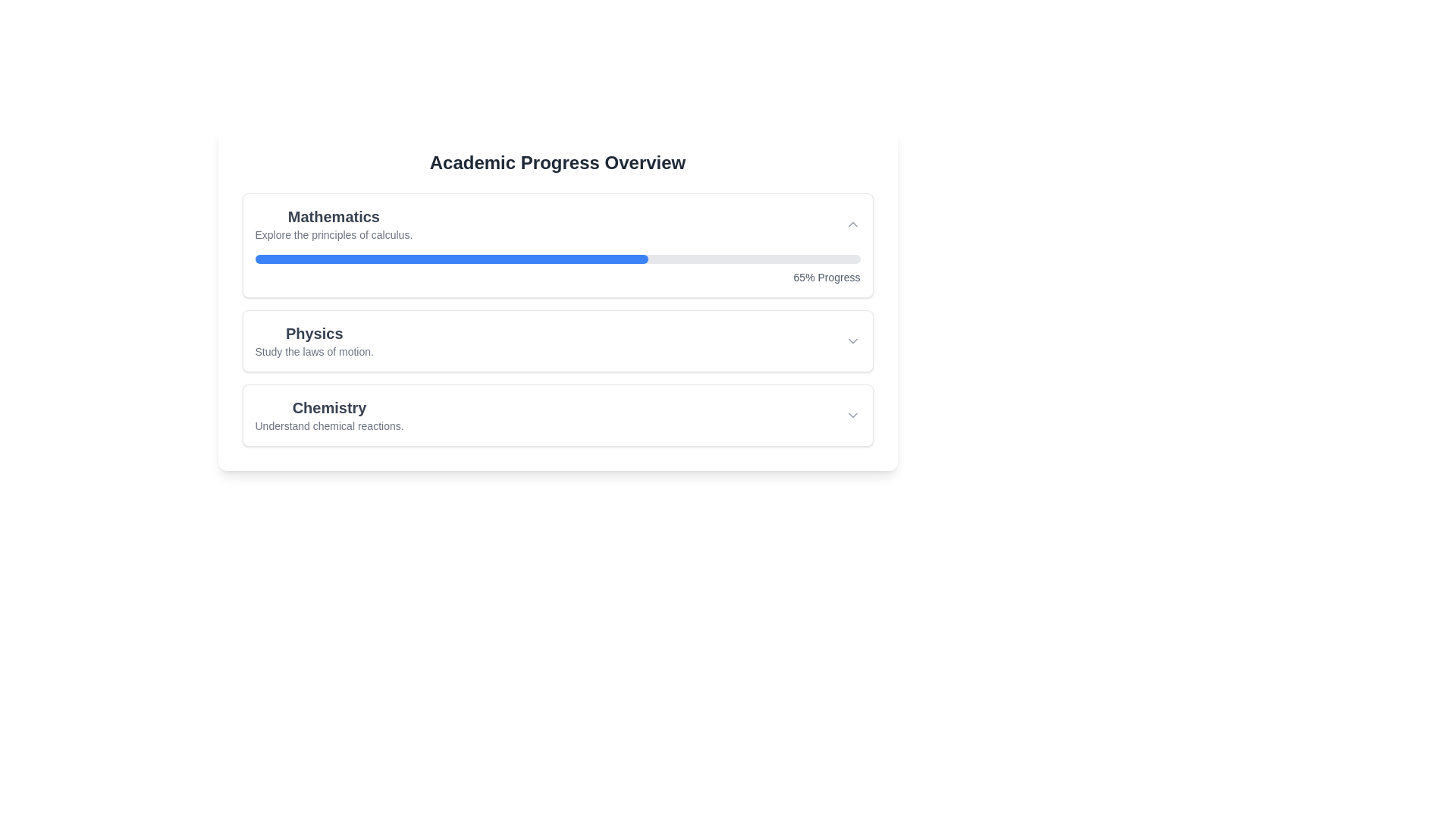 This screenshot has width=1456, height=819. What do you see at coordinates (557, 341) in the screenshot?
I see `the 'Physics' collapsible section` at bounding box center [557, 341].